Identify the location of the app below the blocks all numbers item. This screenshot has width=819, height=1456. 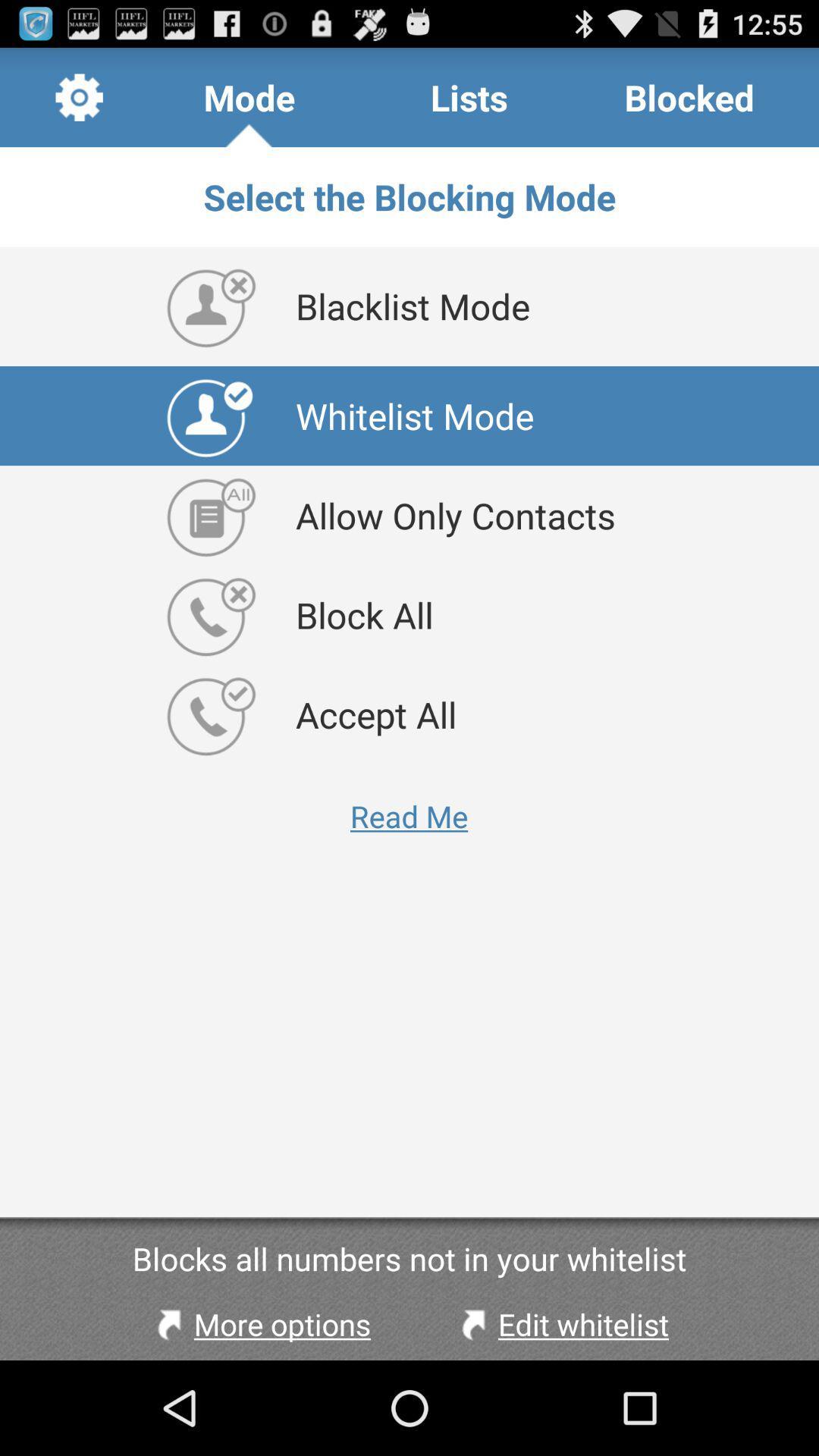
(259, 1323).